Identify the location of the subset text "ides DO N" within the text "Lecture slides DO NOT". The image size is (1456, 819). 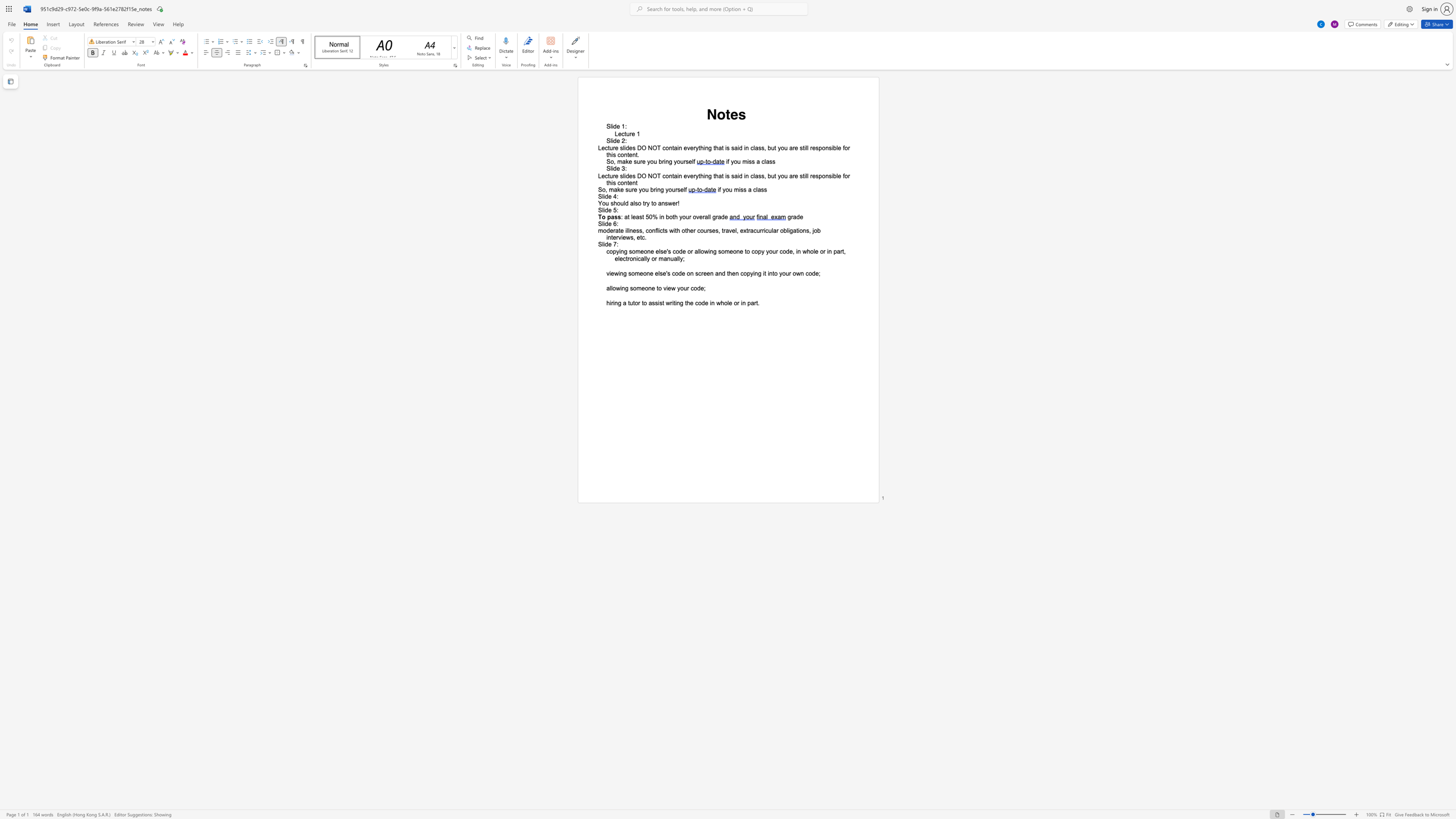
(624, 148).